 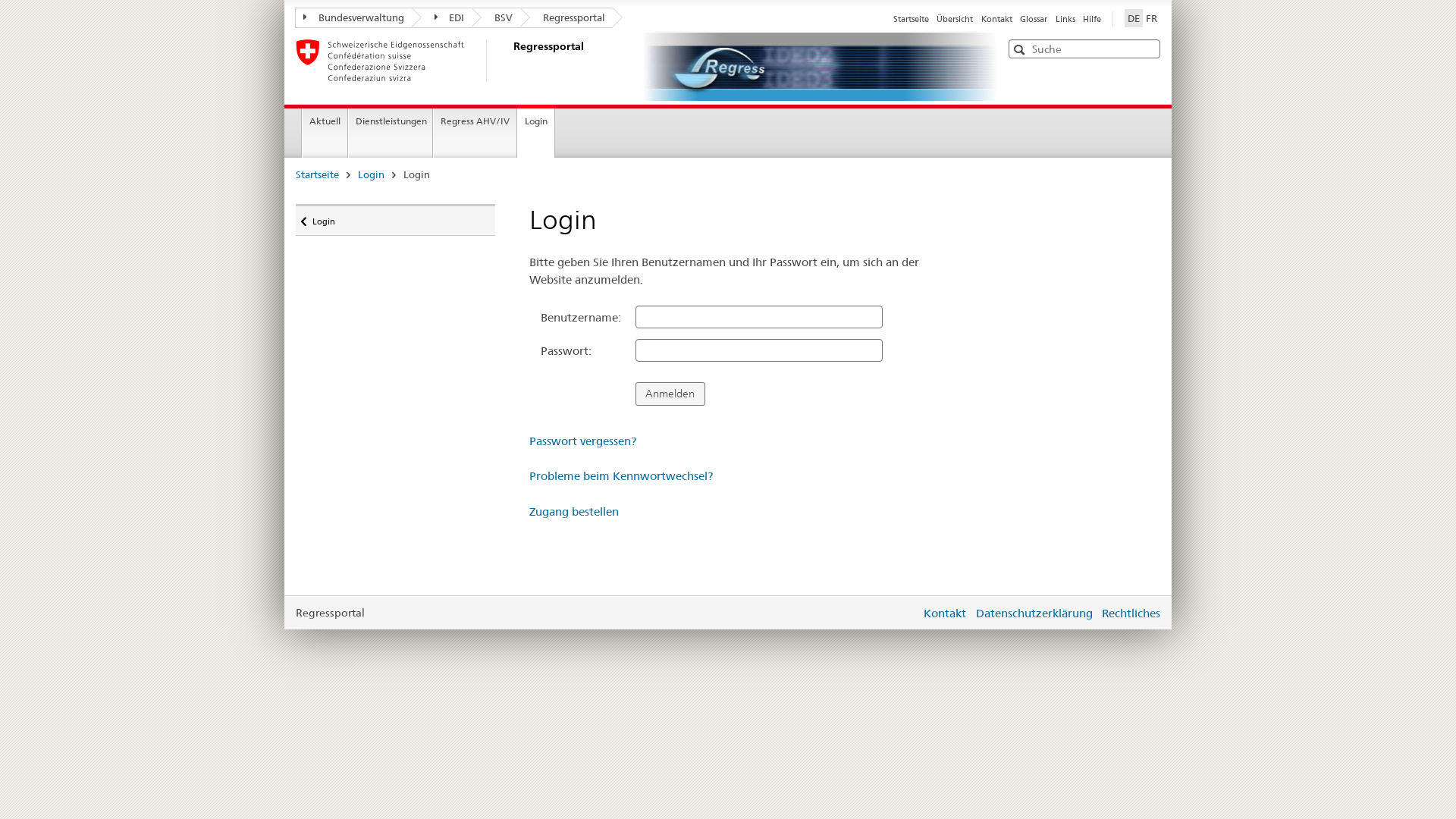 What do you see at coordinates (352, 17) in the screenshot?
I see `'Bundesverwaltung'` at bounding box center [352, 17].